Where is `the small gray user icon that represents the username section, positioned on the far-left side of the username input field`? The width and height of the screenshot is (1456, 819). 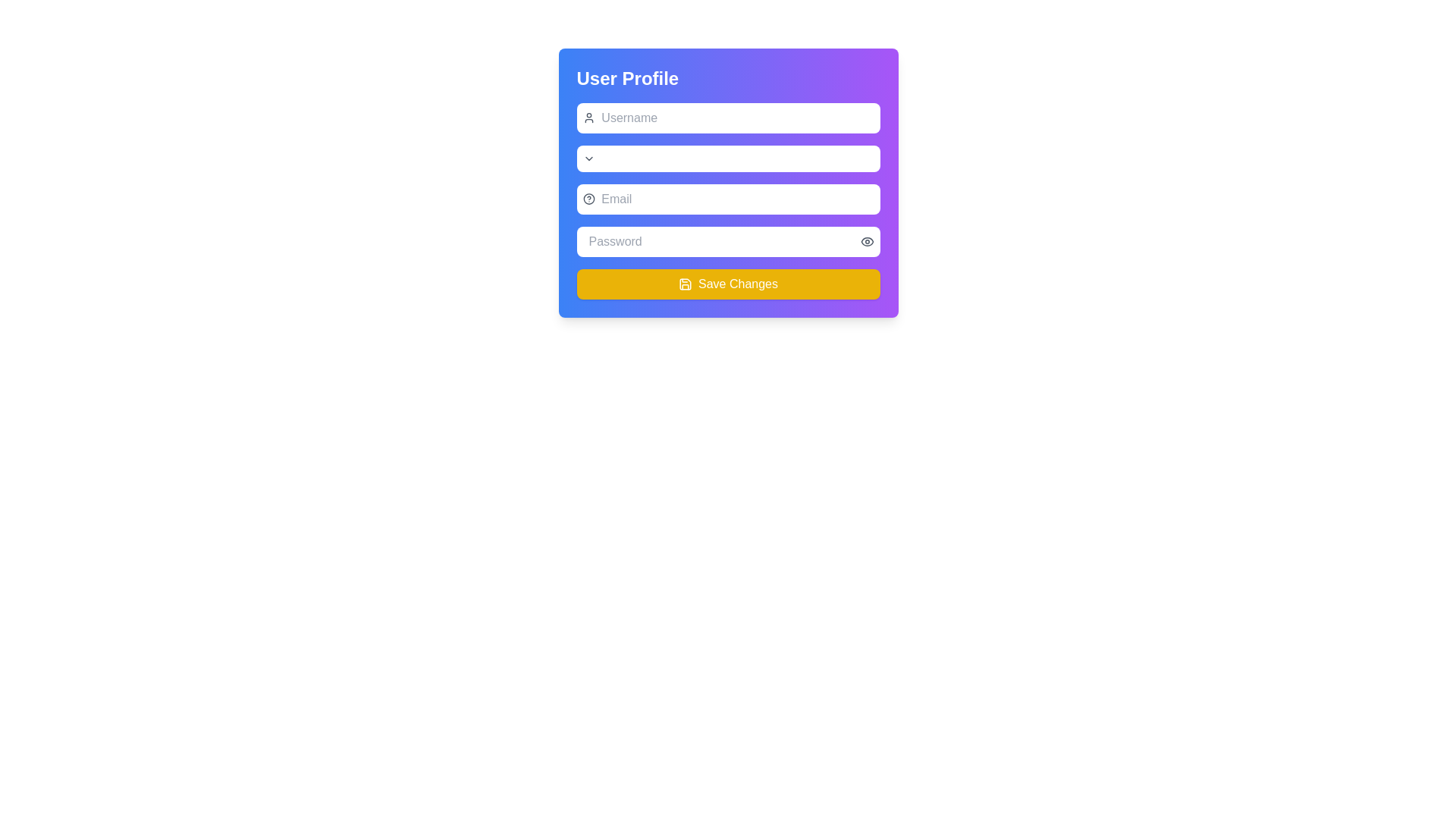 the small gray user icon that represents the username section, positioned on the far-left side of the username input field is located at coordinates (588, 117).